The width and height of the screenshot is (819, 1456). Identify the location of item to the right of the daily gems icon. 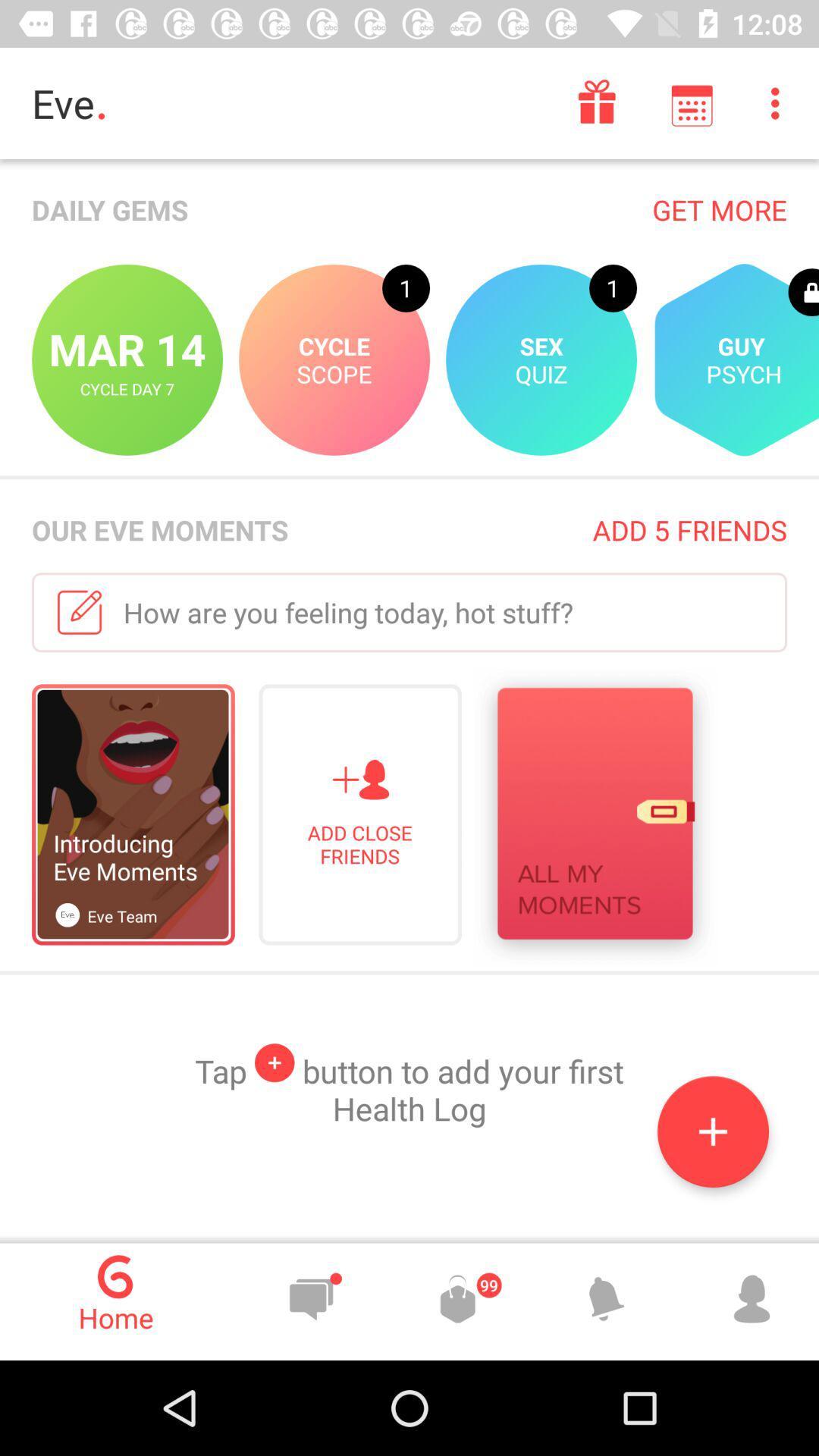
(719, 209).